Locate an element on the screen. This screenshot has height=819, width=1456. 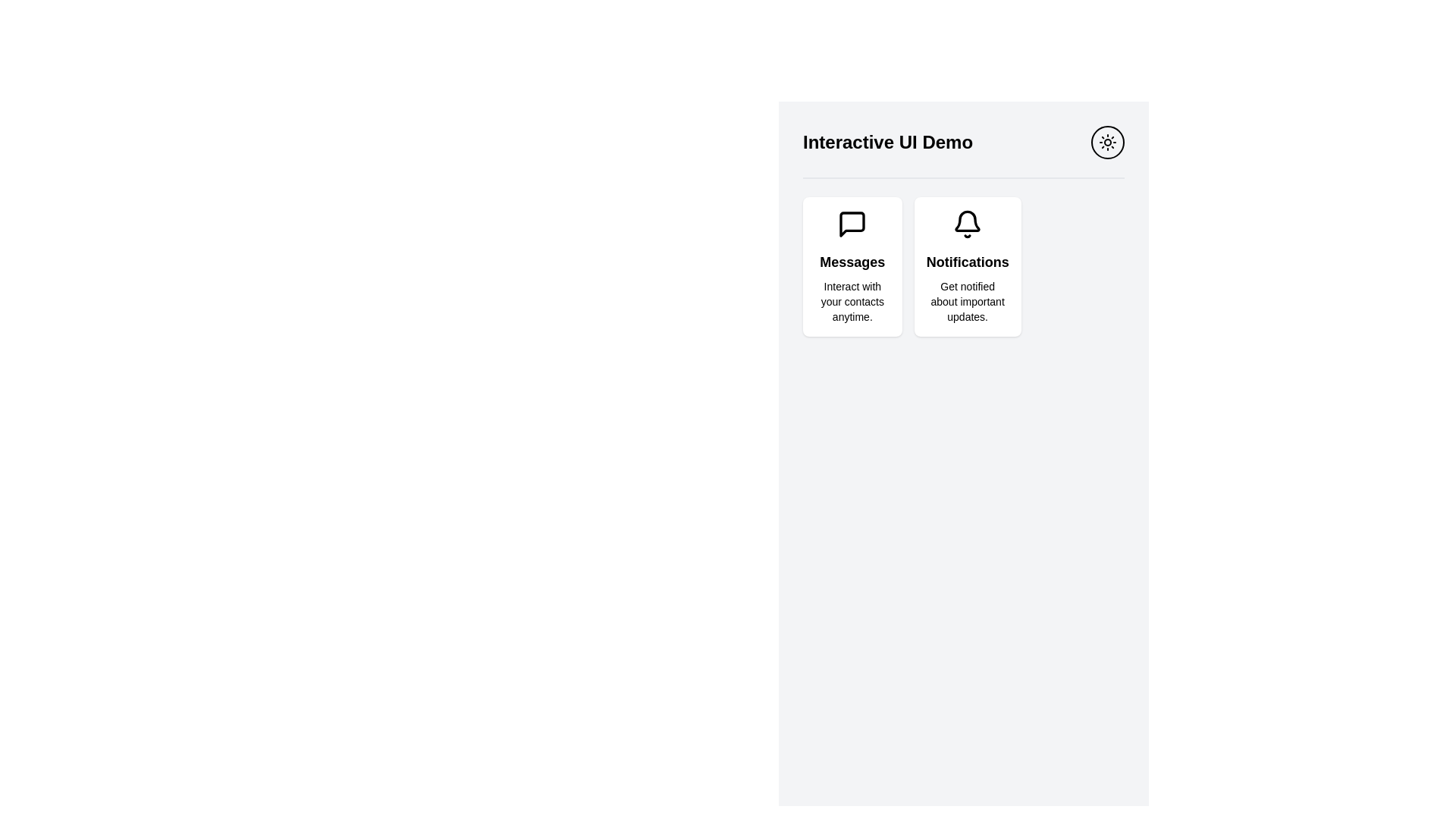
the Header bar that displays the title of the interface and an icon, located at the top of the interface above 'Messages' and 'Notifications' is located at coordinates (963, 152).